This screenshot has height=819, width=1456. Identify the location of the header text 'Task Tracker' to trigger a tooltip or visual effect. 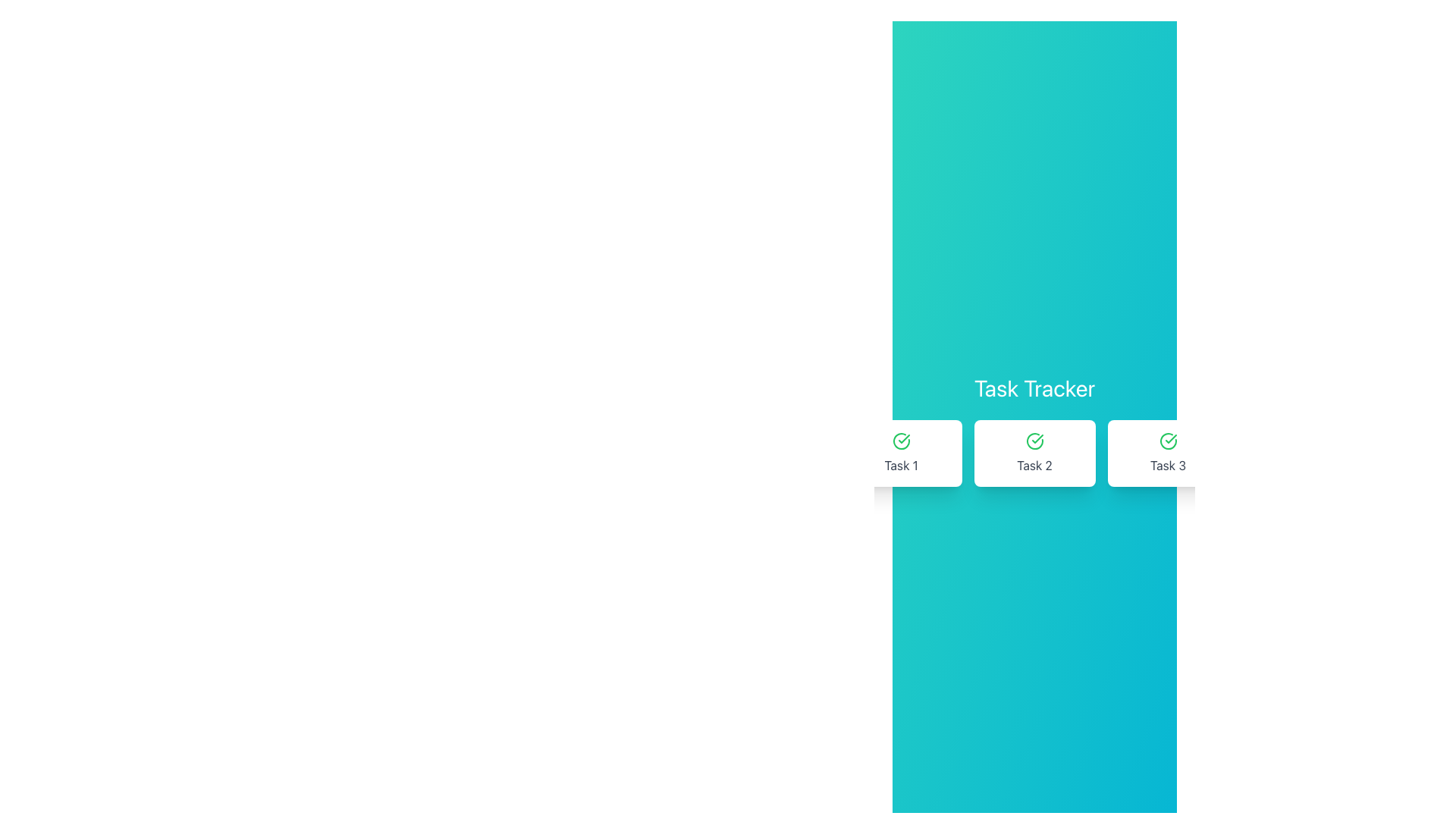
(1034, 388).